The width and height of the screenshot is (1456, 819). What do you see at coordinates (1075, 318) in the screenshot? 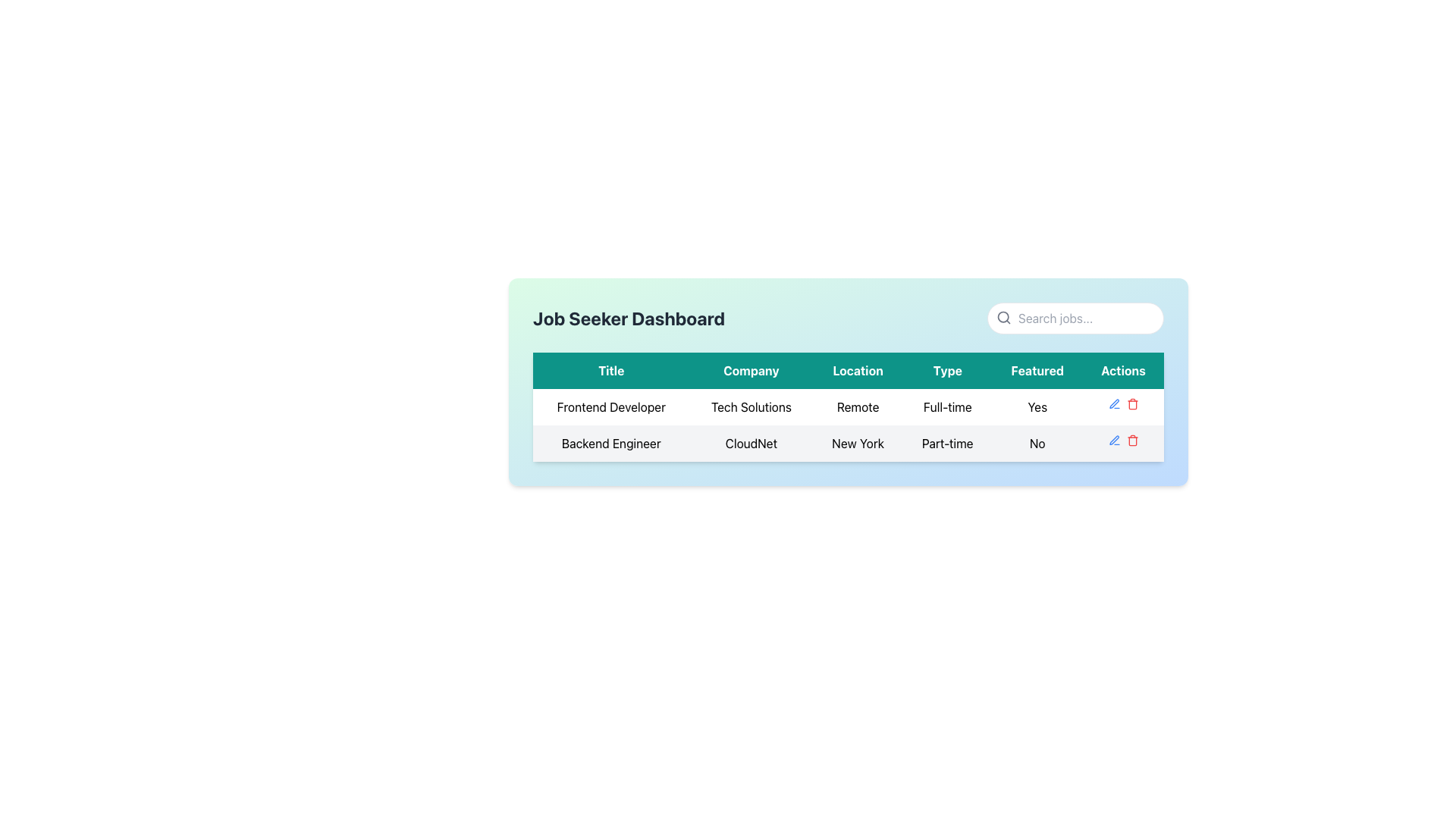
I see `the search text input field with placeholder 'Search jobs...' located in the top-right section of the Job Seeker Dashboard interface` at bounding box center [1075, 318].